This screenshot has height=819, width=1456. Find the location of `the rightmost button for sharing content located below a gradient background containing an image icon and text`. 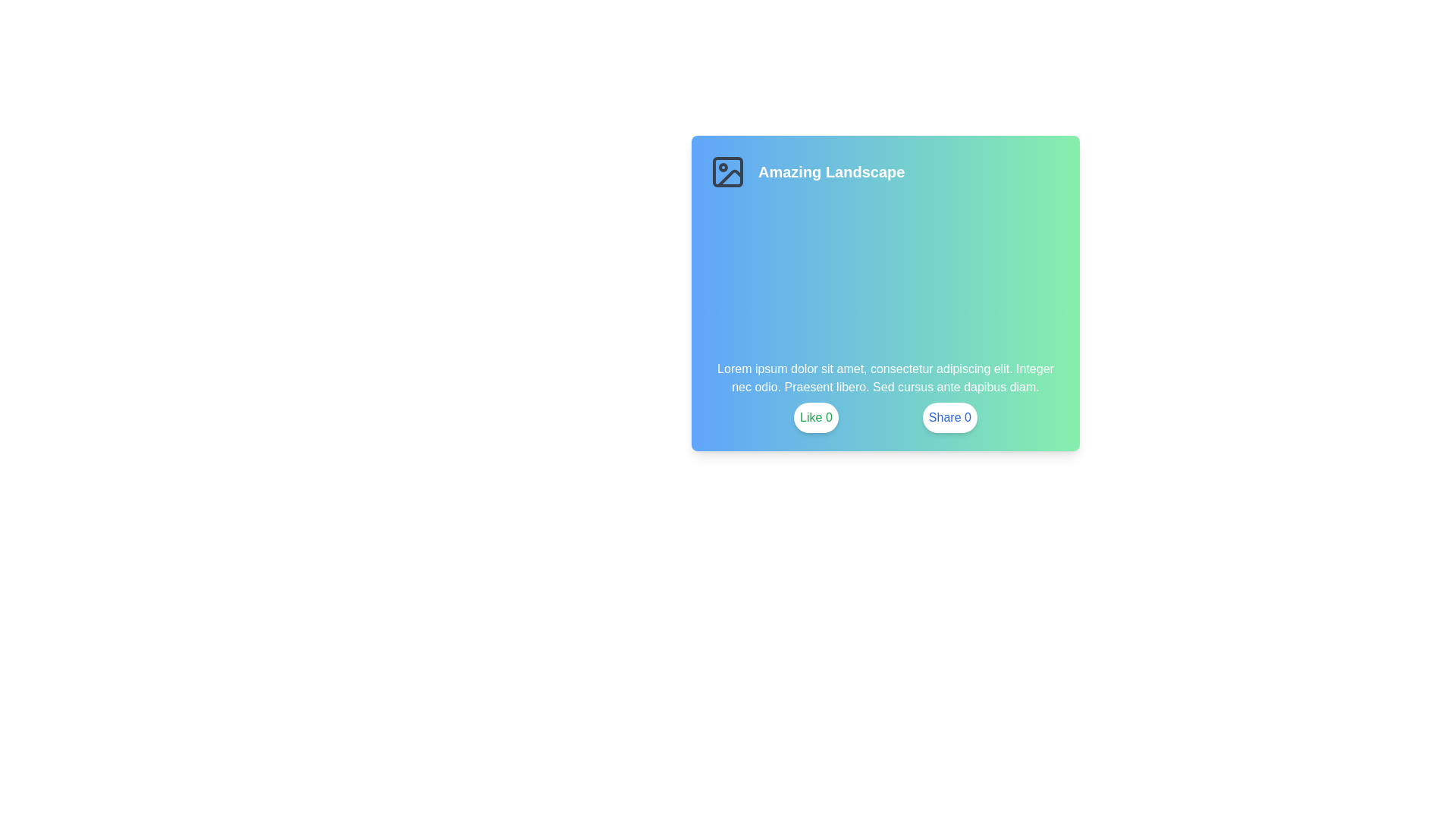

the rightmost button for sharing content located below a gradient background containing an image icon and text is located at coordinates (949, 418).